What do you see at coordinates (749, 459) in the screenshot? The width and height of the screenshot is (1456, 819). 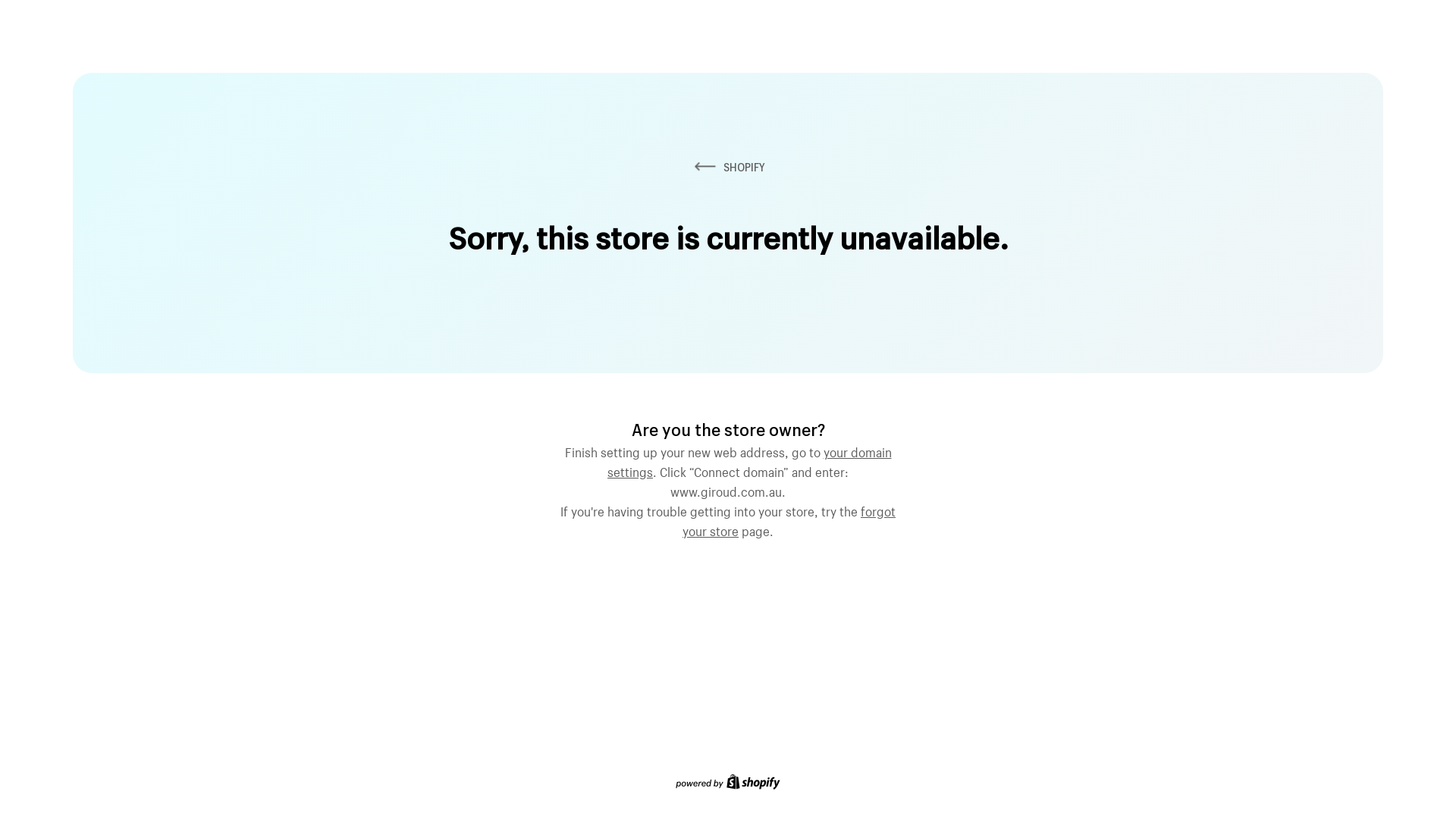 I see `'your domain settings'` at bounding box center [749, 459].